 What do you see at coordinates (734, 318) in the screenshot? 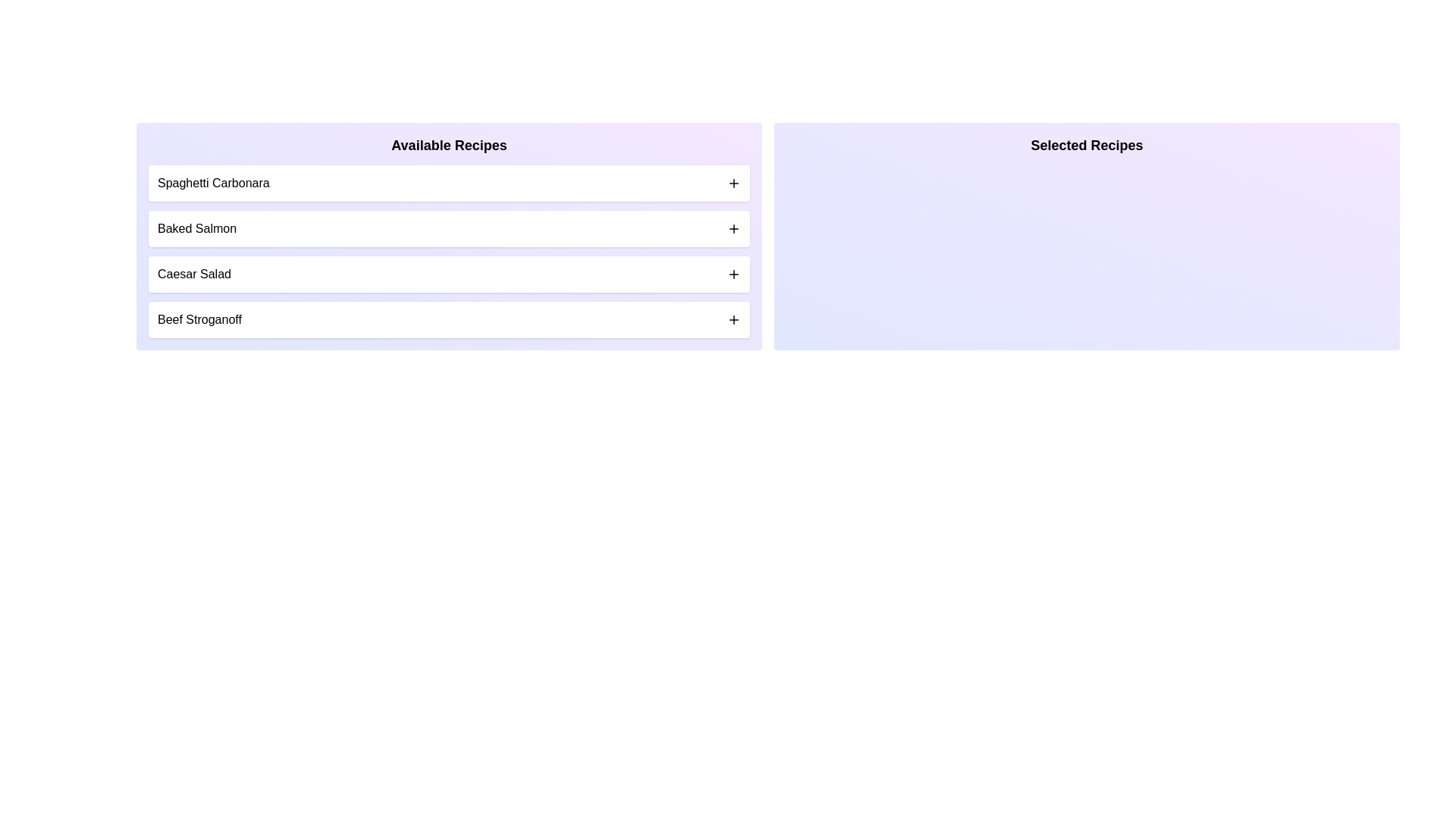
I see `'+' button next to Beef Stroganoff to add it to the selected list` at bounding box center [734, 318].